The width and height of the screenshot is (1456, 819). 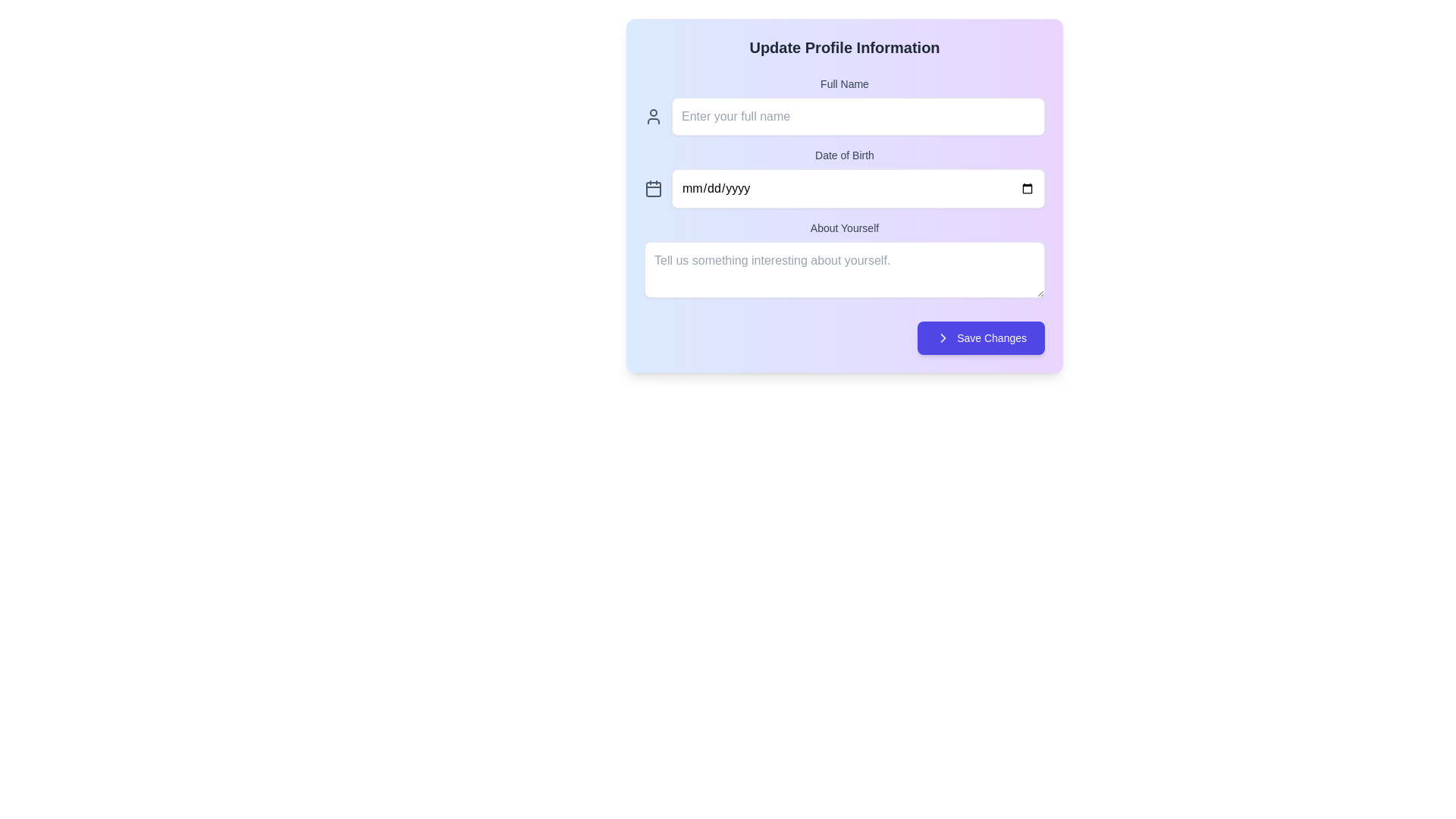 I want to click on the text input area located below the label 'About Yourself', so click(x=843, y=268).